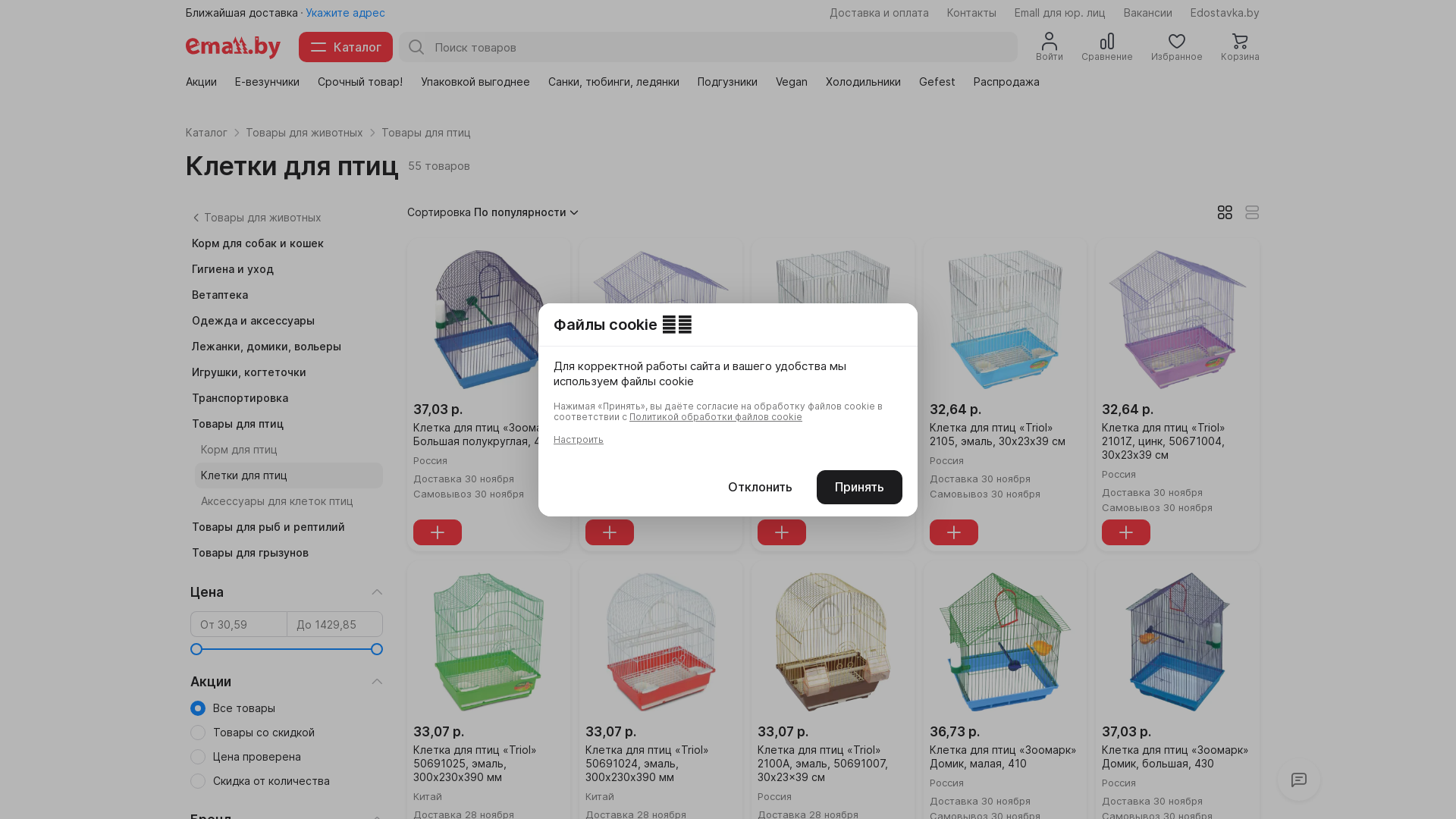  Describe the element at coordinates (918, 82) in the screenshot. I see `'Gefest'` at that location.